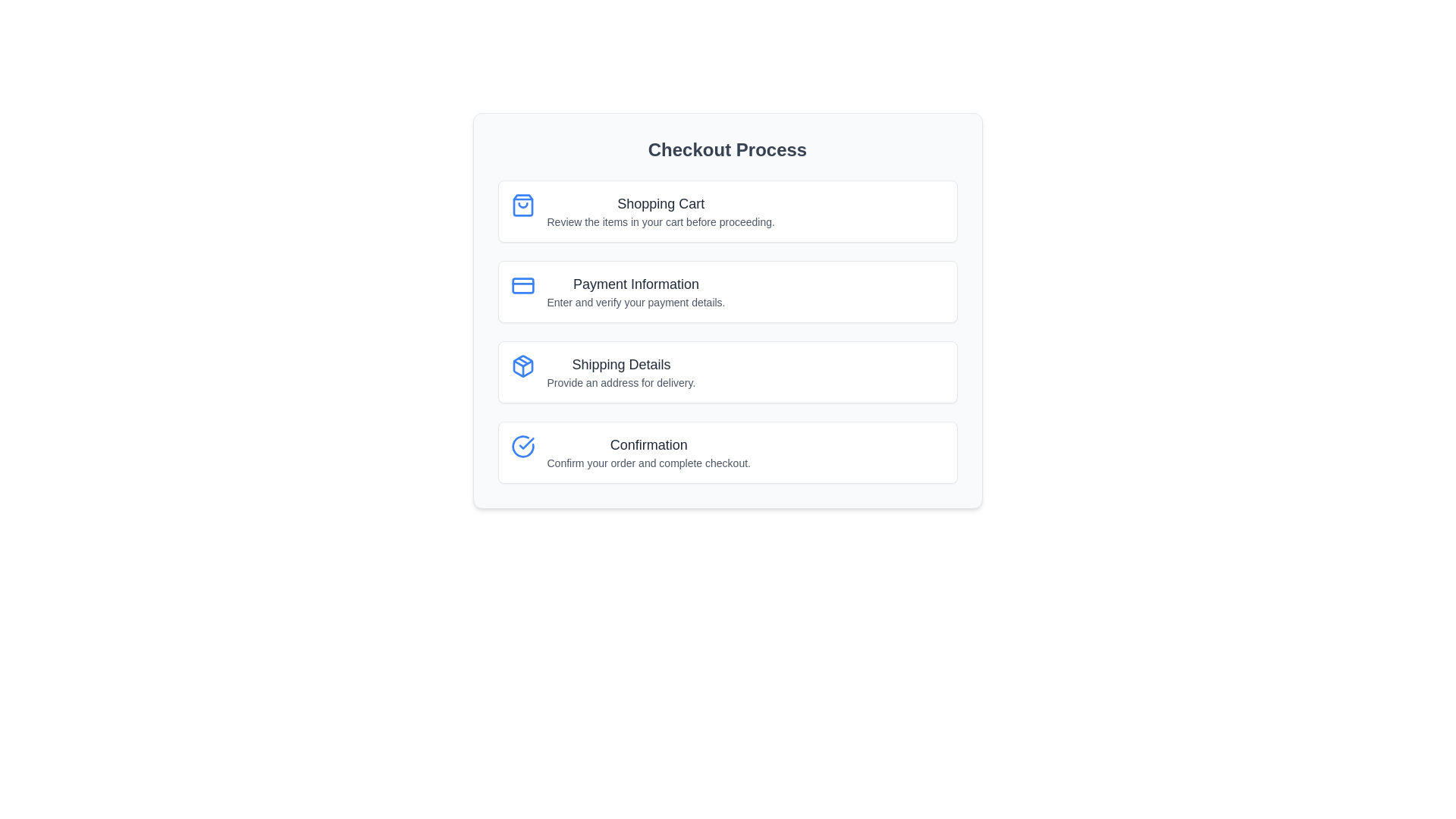 This screenshot has height=819, width=1456. What do you see at coordinates (522, 286) in the screenshot?
I see `the decorative credit card icon located in the 'Payment Information' section of the interface` at bounding box center [522, 286].